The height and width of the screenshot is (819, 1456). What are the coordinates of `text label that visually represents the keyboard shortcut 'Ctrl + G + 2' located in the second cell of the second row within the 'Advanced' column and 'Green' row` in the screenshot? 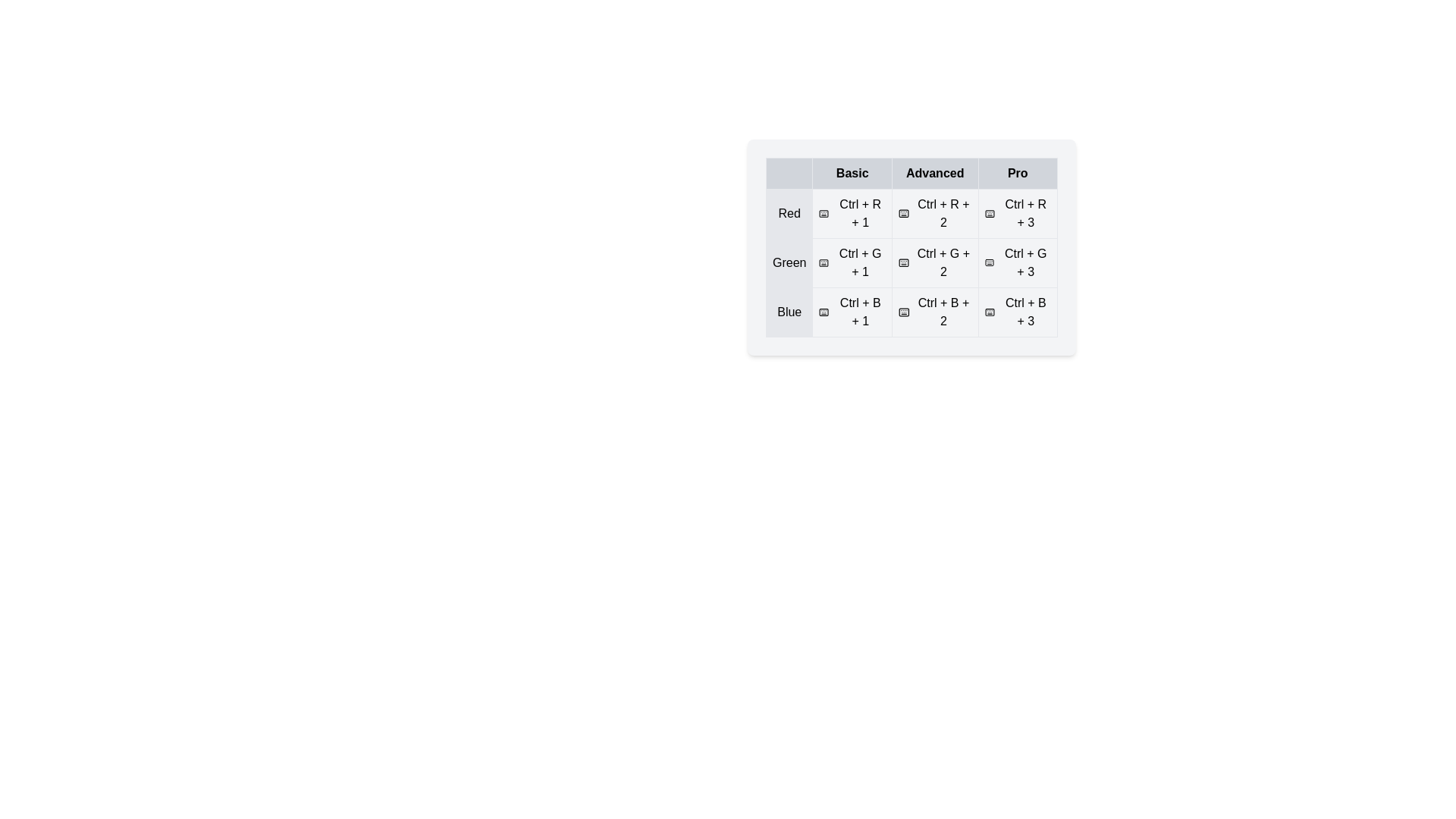 It's located at (934, 262).